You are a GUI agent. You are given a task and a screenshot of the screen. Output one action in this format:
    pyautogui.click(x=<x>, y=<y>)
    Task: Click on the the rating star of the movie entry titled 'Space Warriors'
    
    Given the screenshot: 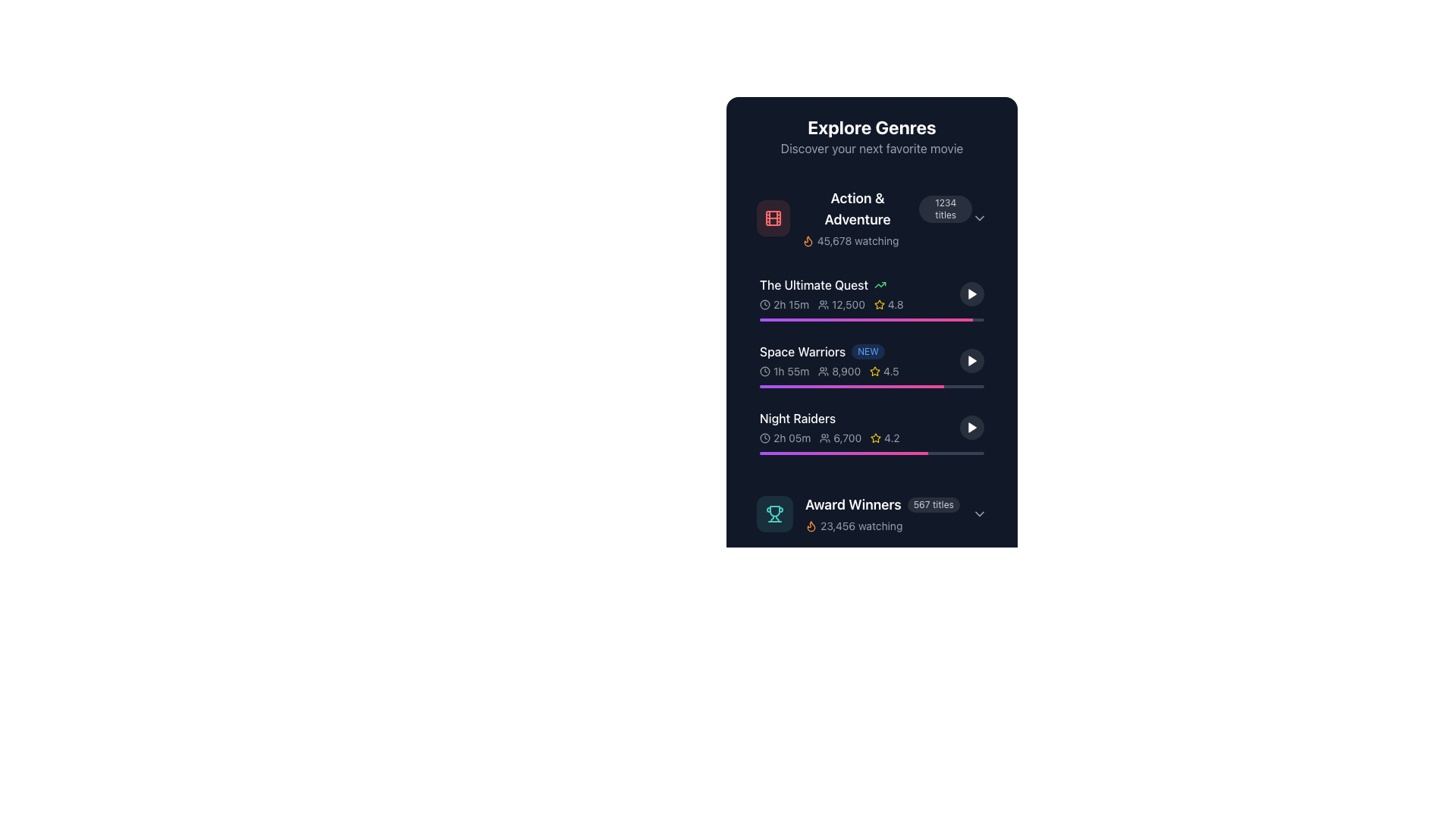 What is the action you would take?
    pyautogui.click(x=872, y=360)
    